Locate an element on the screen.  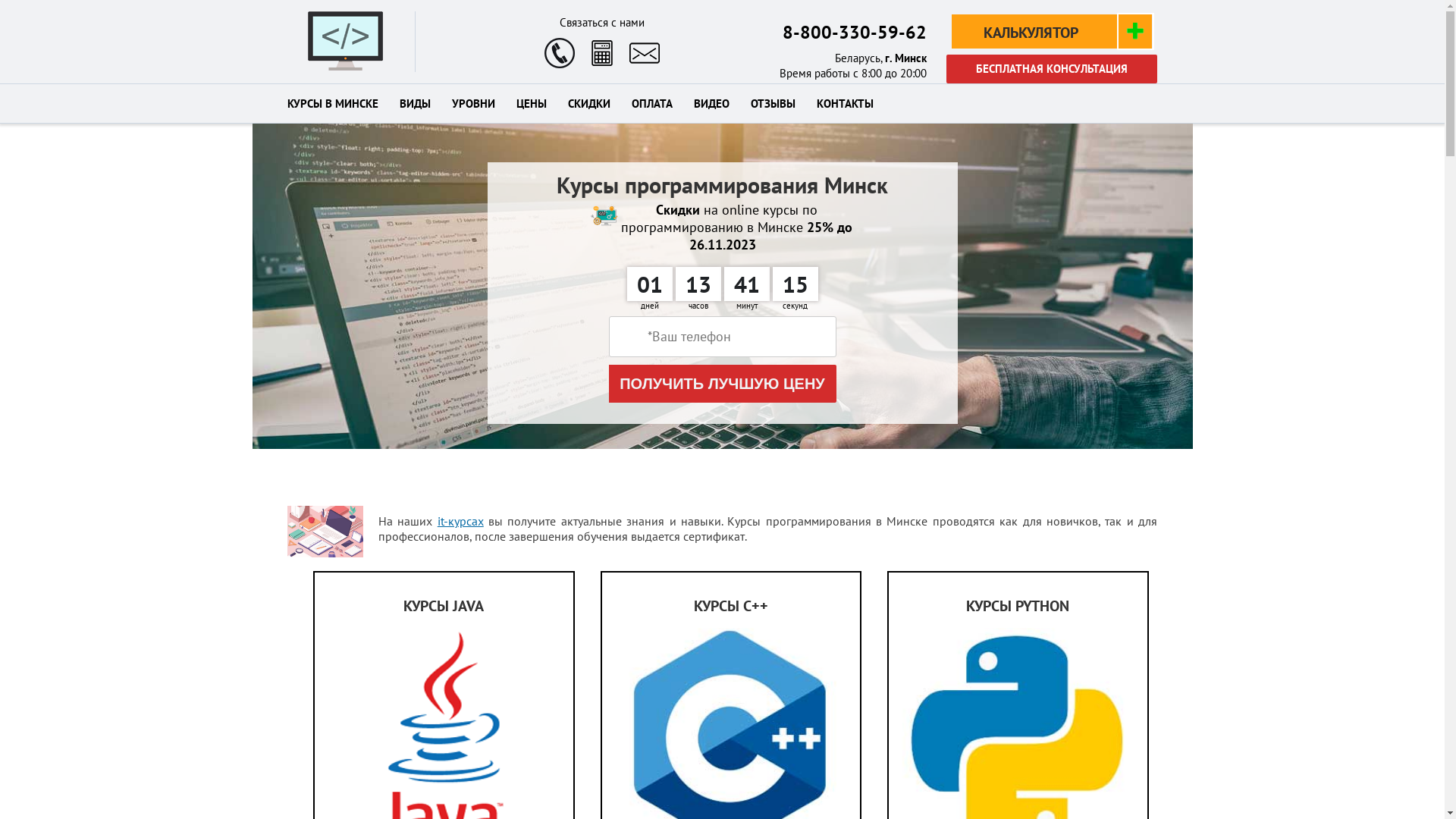
'8-800-330-59-62' is located at coordinates (855, 32).